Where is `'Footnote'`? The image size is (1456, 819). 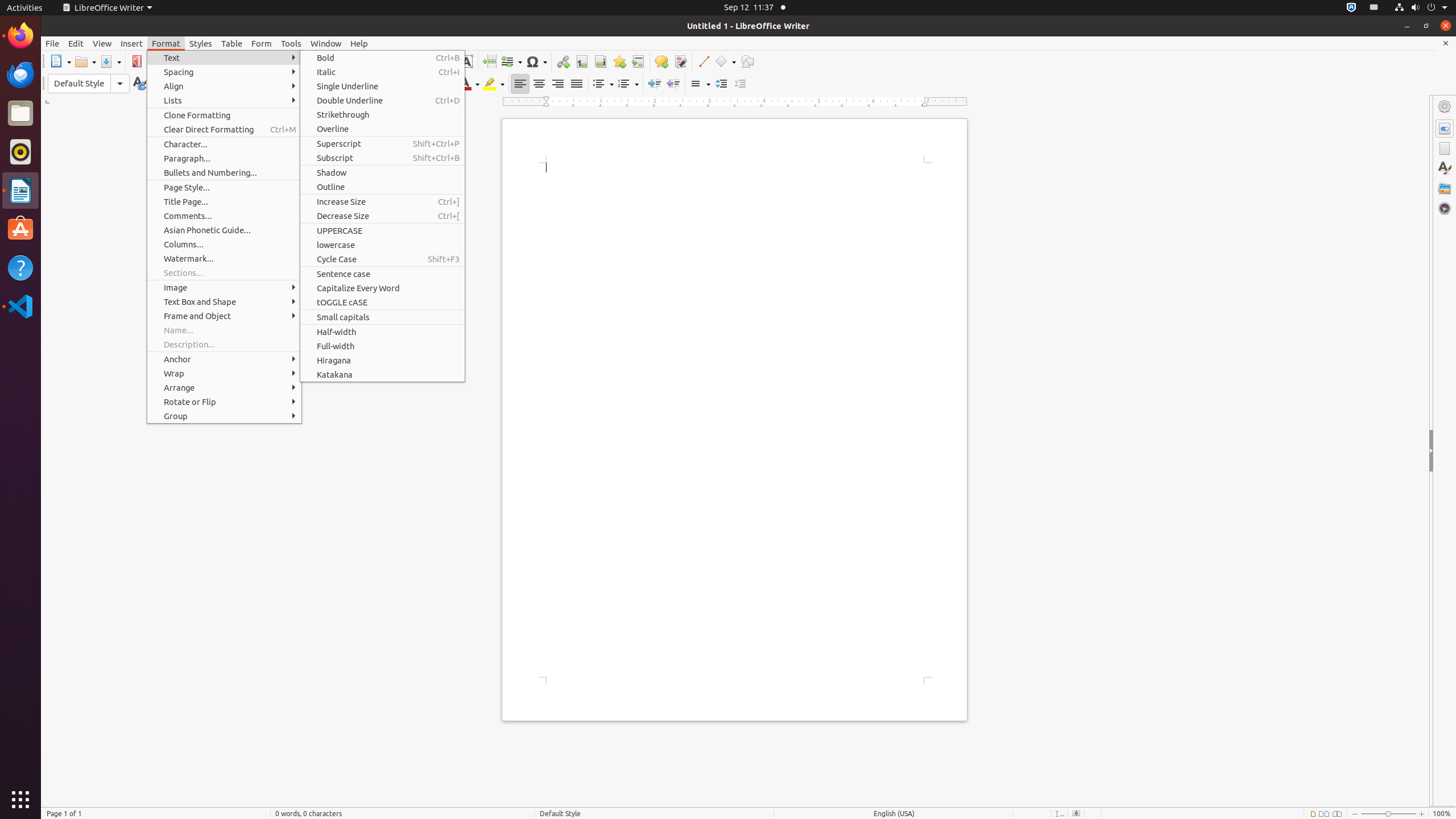 'Footnote' is located at coordinates (581, 61).